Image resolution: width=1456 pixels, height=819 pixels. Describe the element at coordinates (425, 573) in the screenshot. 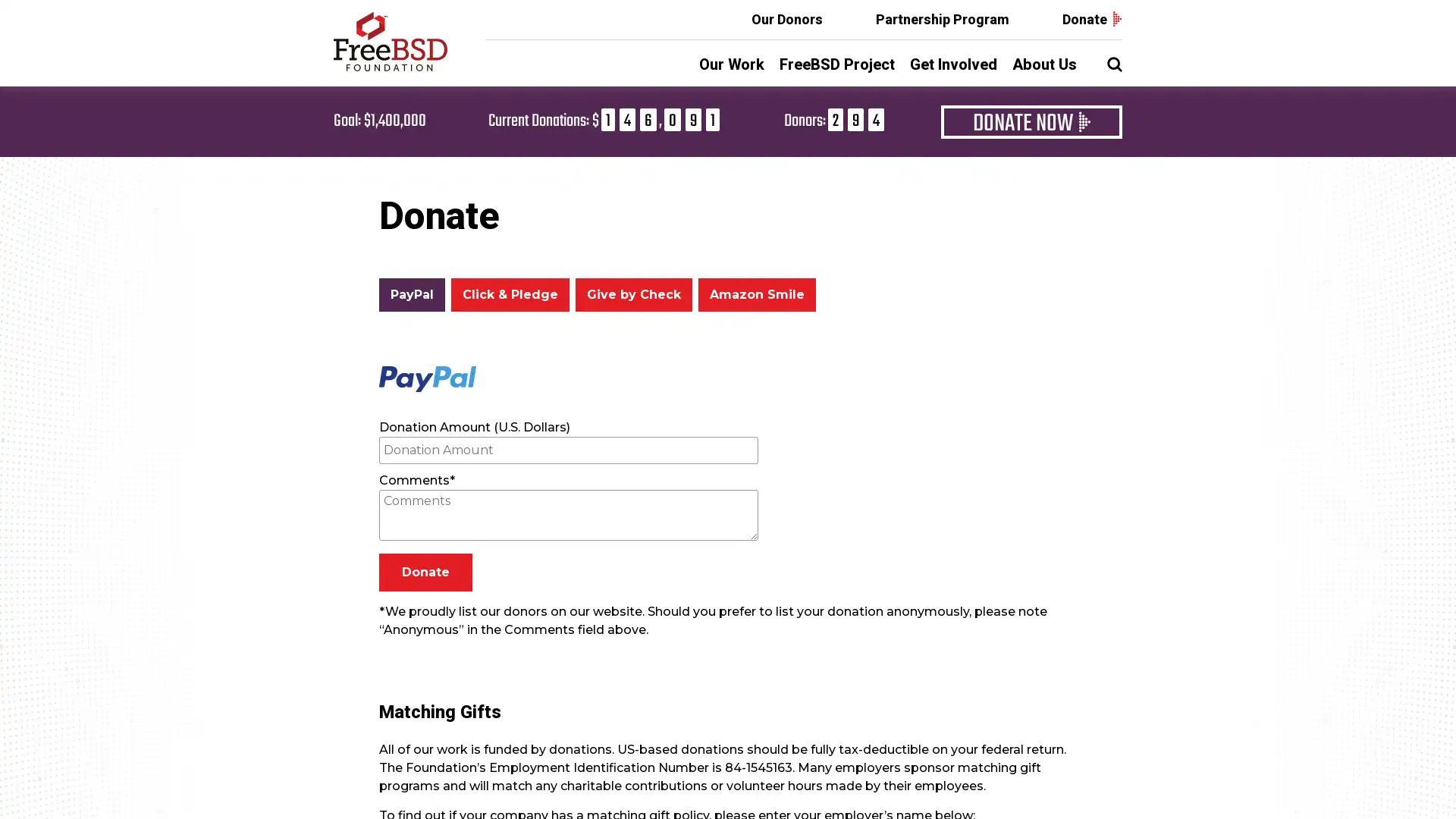

I see `Donate` at that location.